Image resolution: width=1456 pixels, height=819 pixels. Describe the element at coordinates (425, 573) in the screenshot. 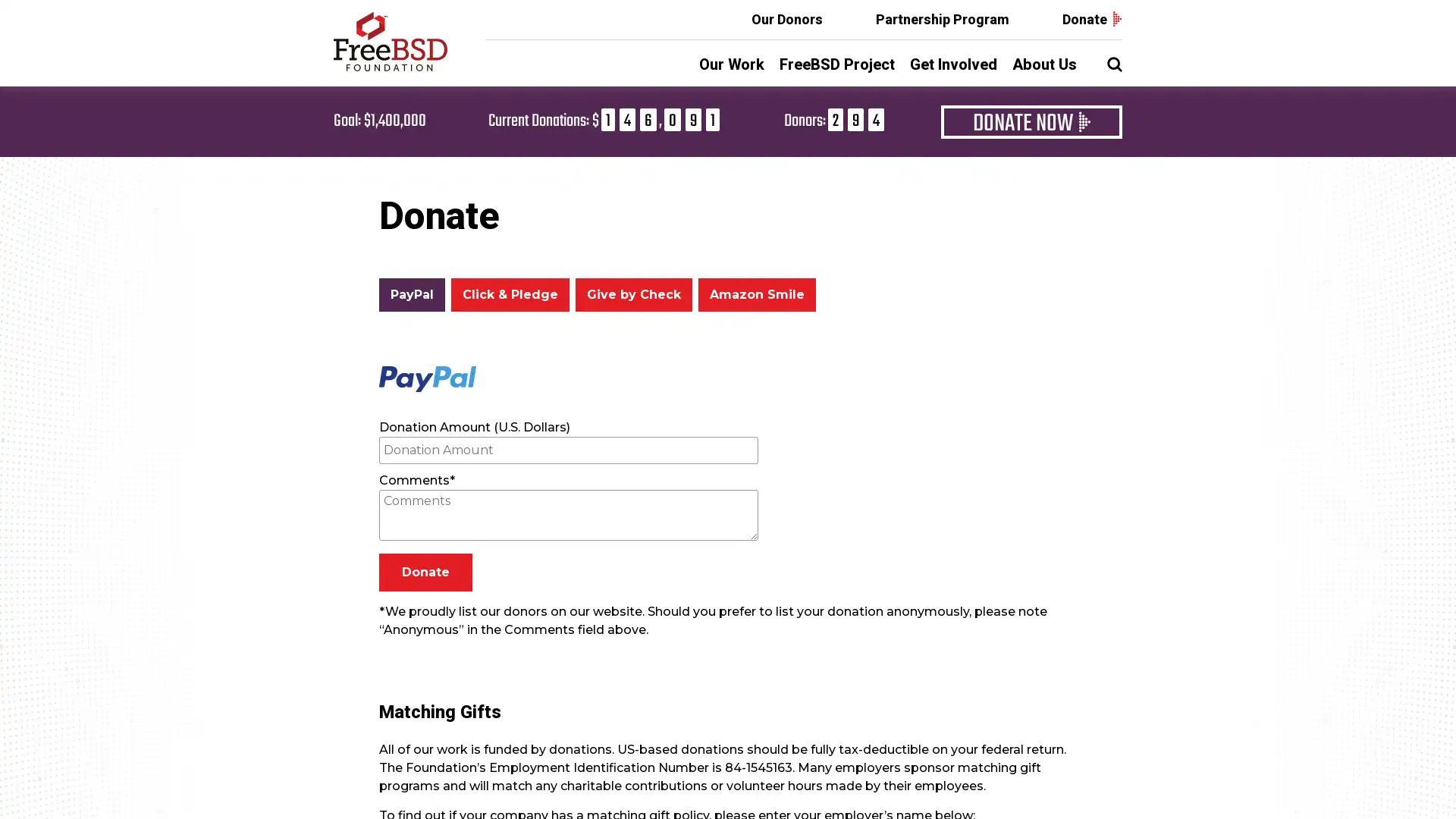

I see `Donate` at that location.